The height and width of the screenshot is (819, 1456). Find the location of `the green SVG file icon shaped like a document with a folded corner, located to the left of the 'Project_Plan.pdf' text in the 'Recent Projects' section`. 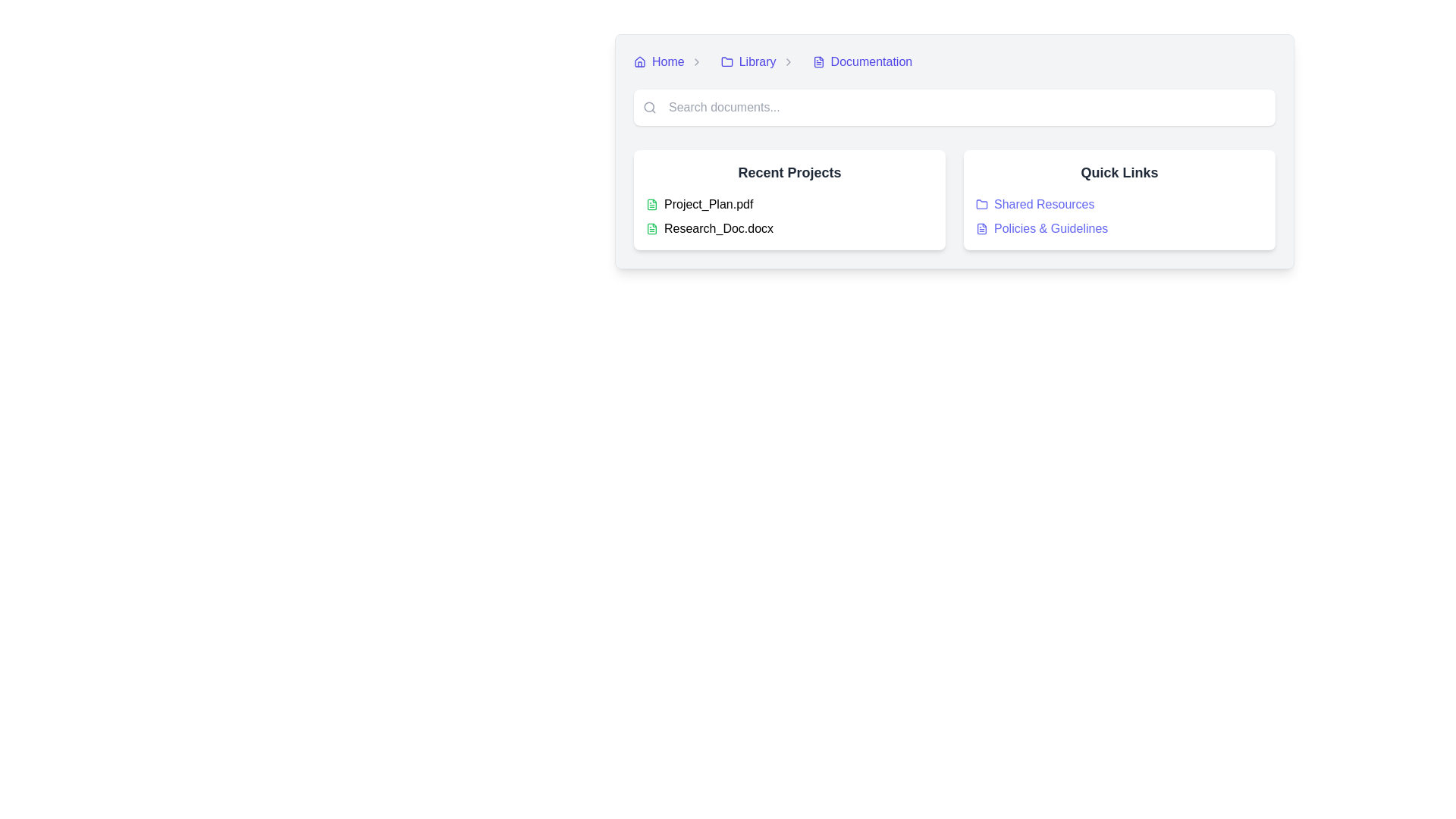

the green SVG file icon shaped like a document with a folded corner, located to the left of the 'Project_Plan.pdf' text in the 'Recent Projects' section is located at coordinates (651, 228).